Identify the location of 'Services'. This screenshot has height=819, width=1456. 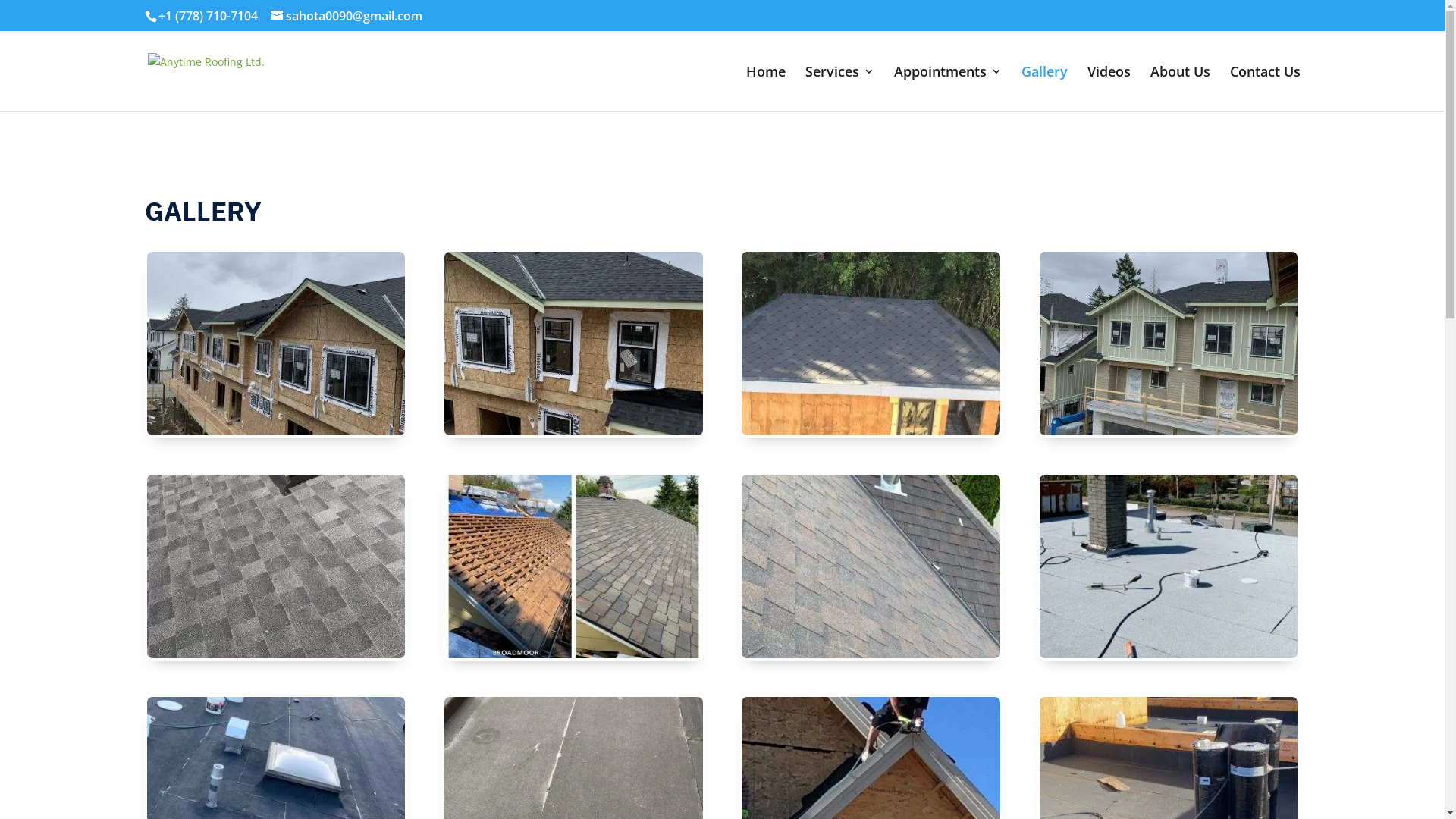
(839, 88).